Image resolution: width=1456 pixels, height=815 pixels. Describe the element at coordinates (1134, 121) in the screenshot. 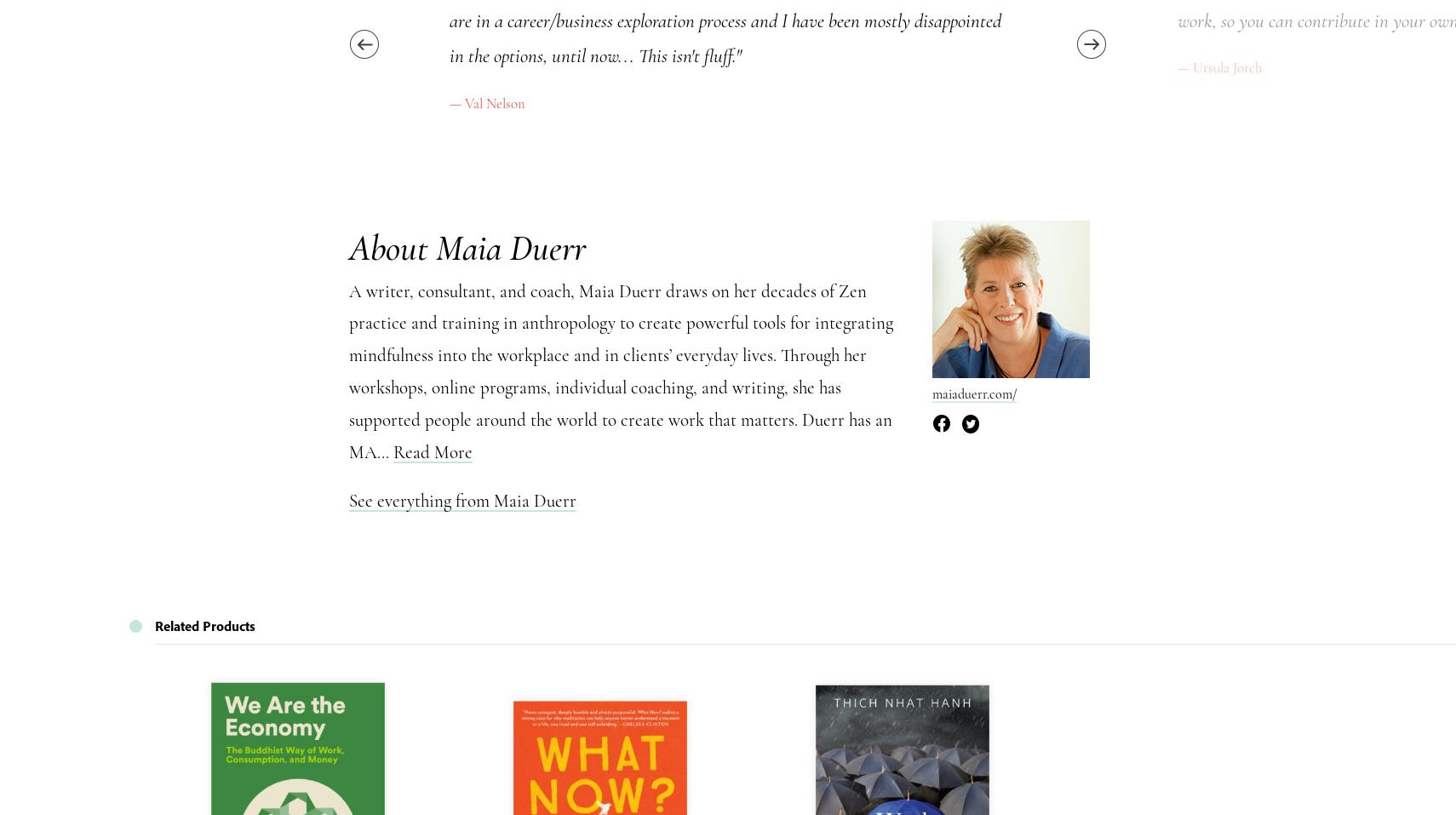

I see `'Hide'` at that location.